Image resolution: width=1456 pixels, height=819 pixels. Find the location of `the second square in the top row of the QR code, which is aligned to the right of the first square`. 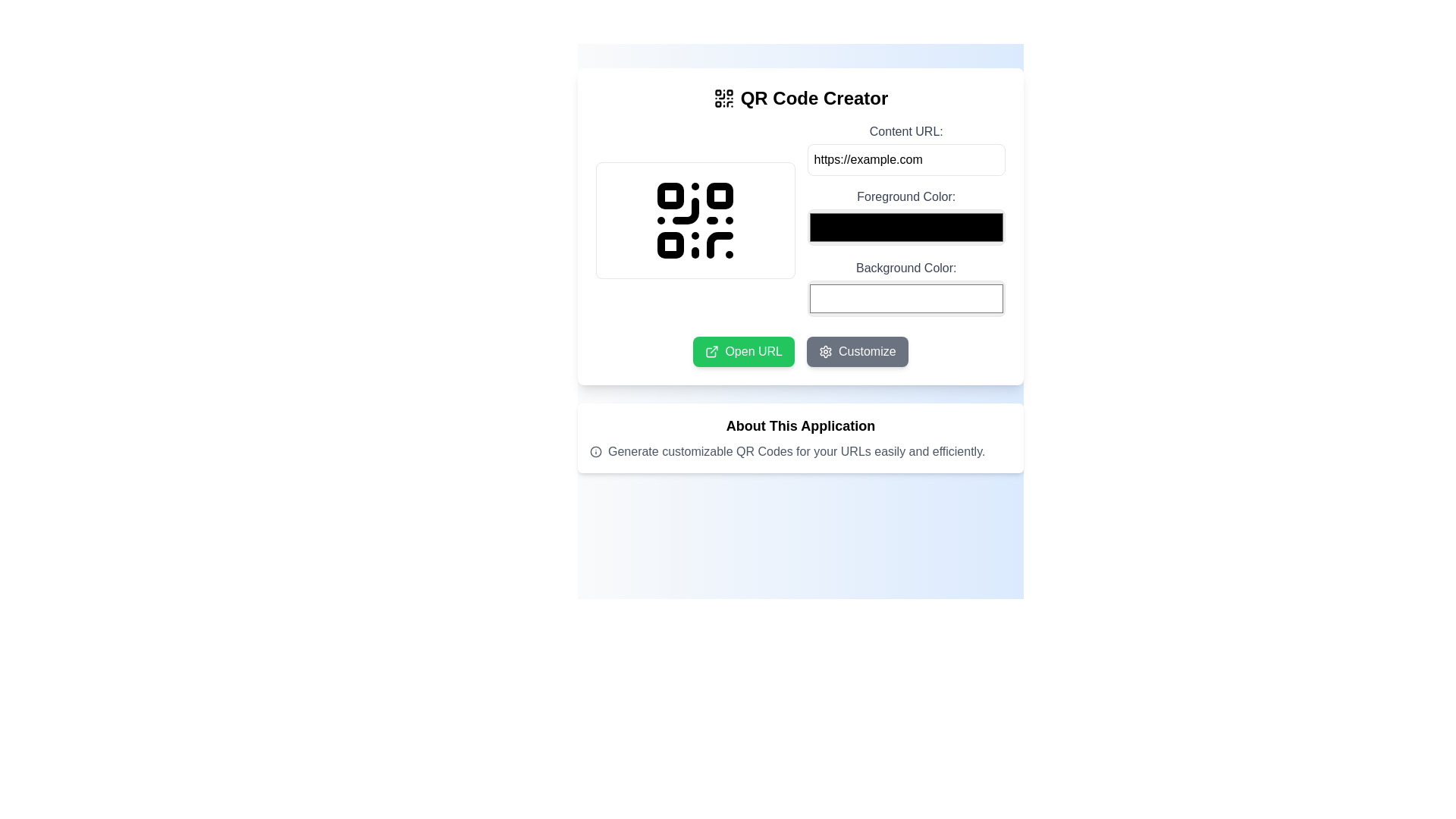

the second square in the top row of the QR code, which is aligned to the right of the first square is located at coordinates (719, 195).